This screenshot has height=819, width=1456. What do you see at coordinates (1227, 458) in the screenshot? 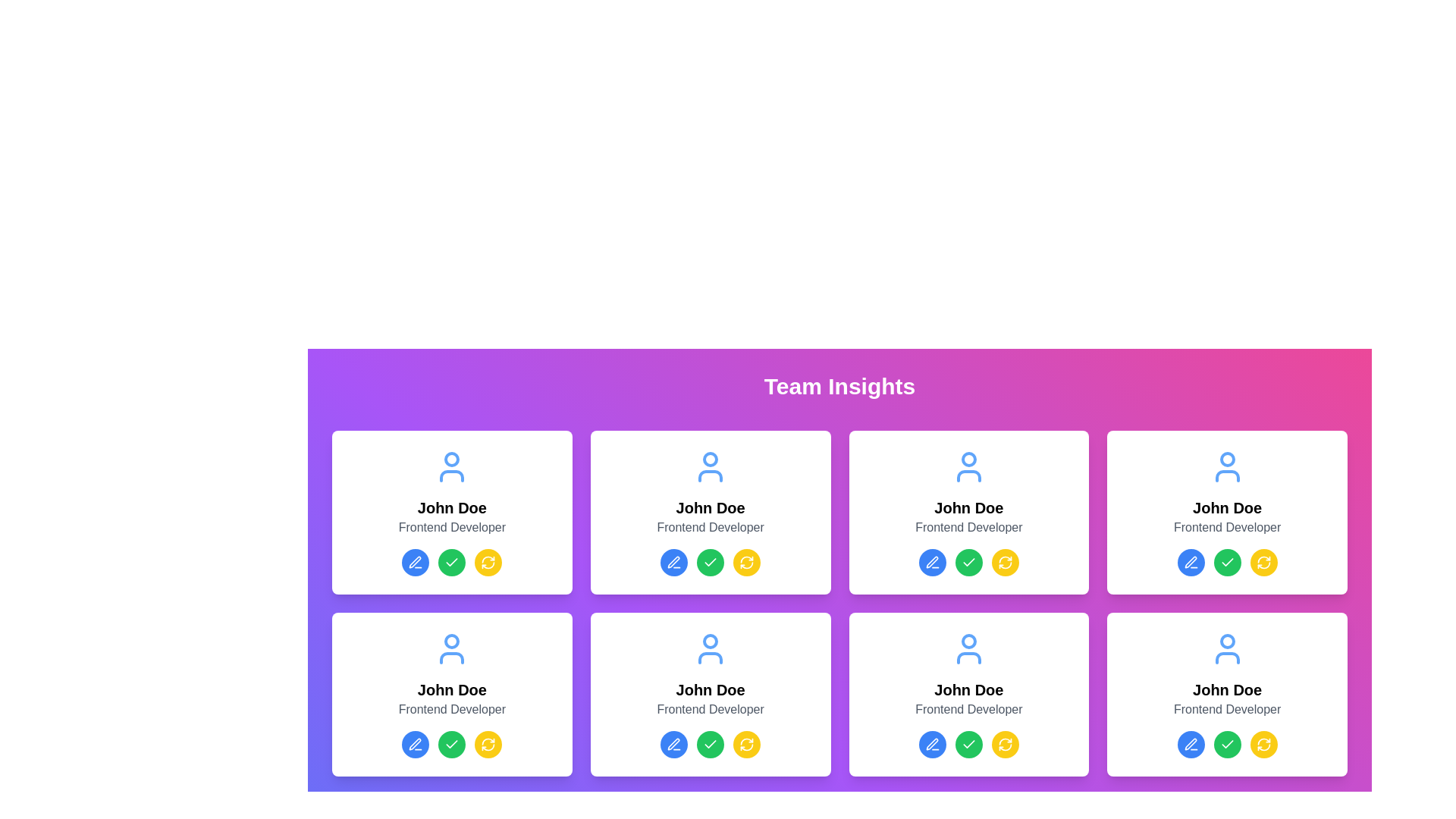
I see `the circular graphical icon representing the user profile of 'John Doe', a Frontend Developer, located at the center of the user profile icon in the top-right card of a 3x2 grid layout` at bounding box center [1227, 458].